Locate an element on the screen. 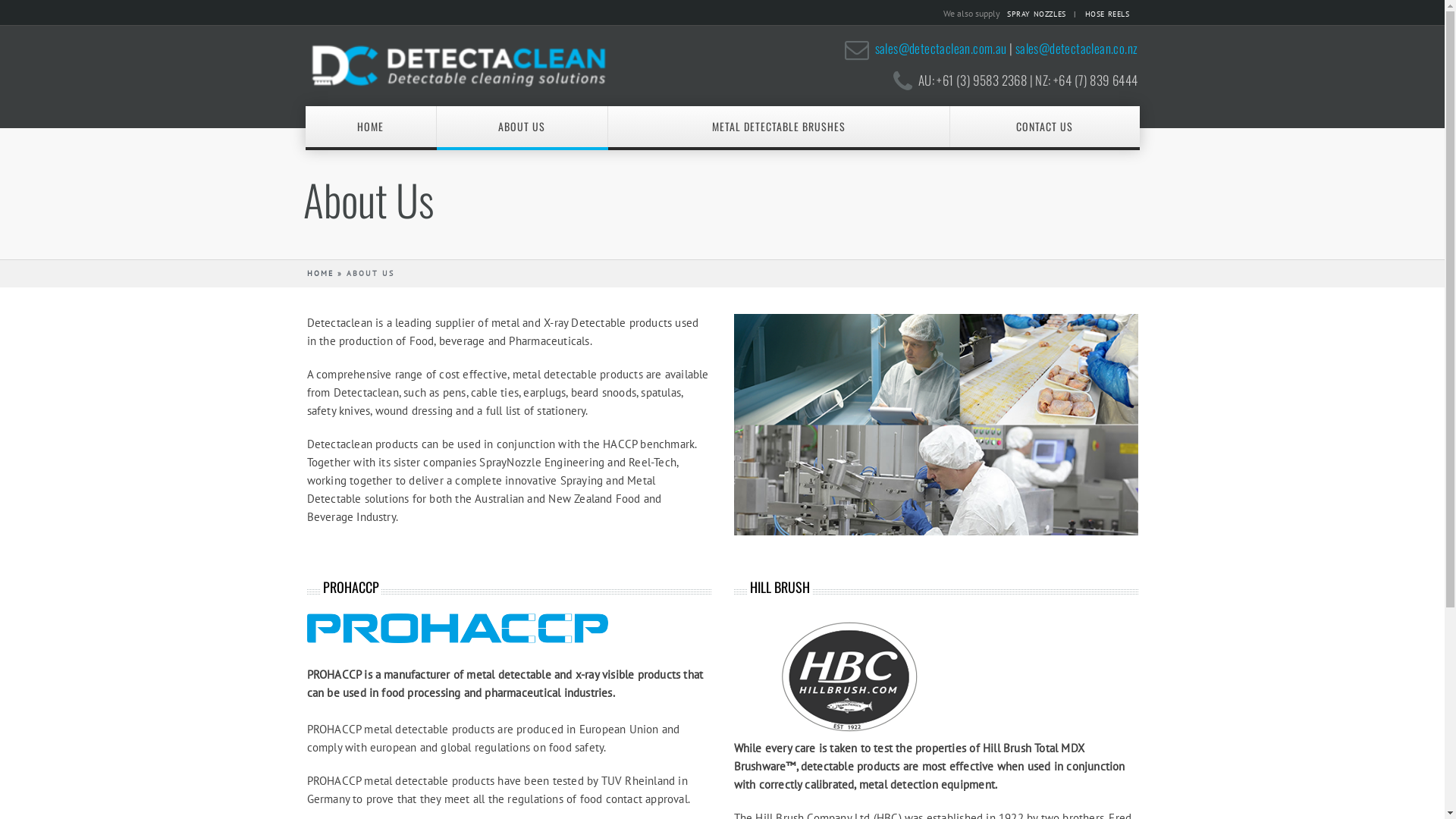  'COLLAGE' is located at coordinates (935, 424).